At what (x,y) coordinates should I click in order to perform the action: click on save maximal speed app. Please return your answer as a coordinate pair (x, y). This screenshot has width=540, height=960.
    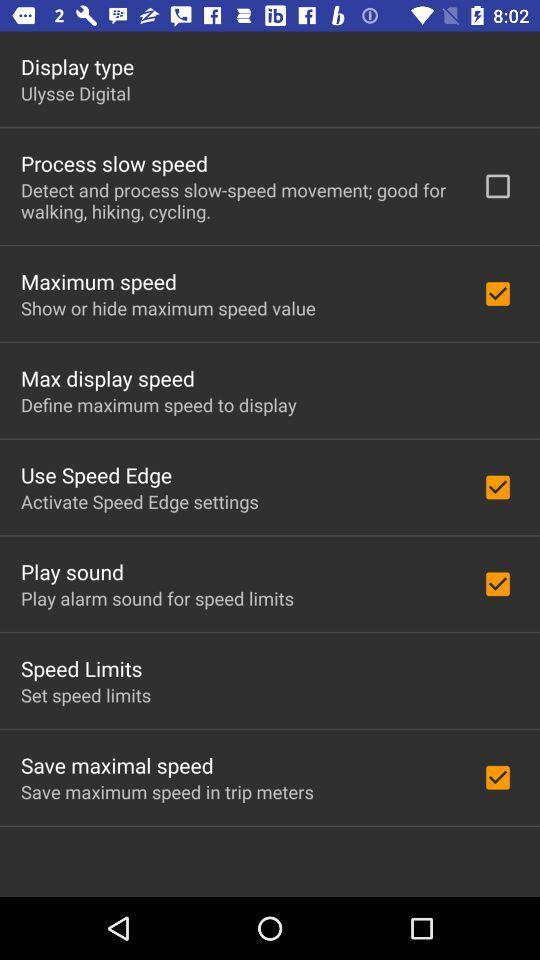
    Looking at the image, I should click on (117, 764).